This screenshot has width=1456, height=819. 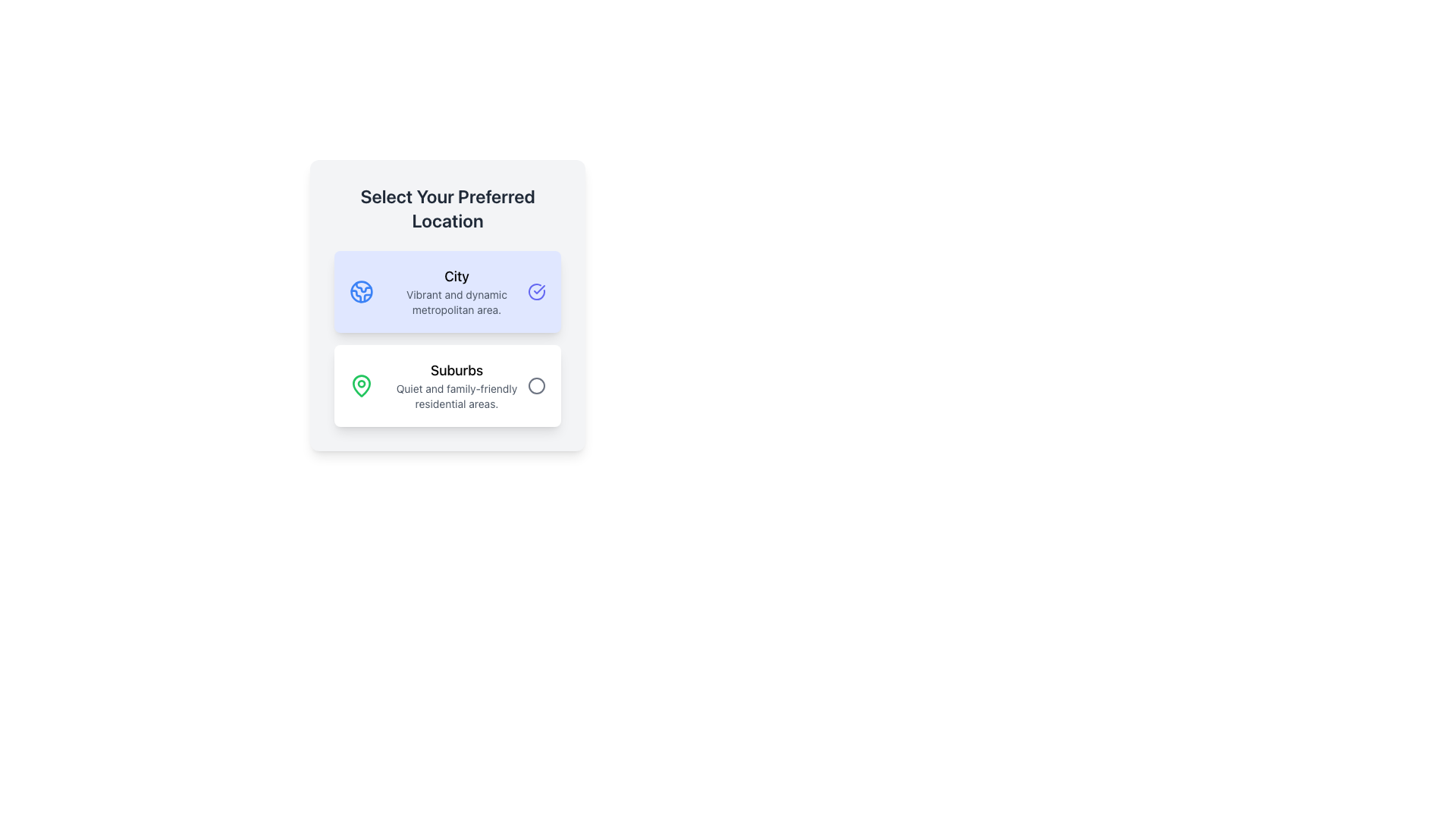 What do you see at coordinates (447, 208) in the screenshot?
I see `the 'Select Your Preferred Location' text heading from its current position` at bounding box center [447, 208].